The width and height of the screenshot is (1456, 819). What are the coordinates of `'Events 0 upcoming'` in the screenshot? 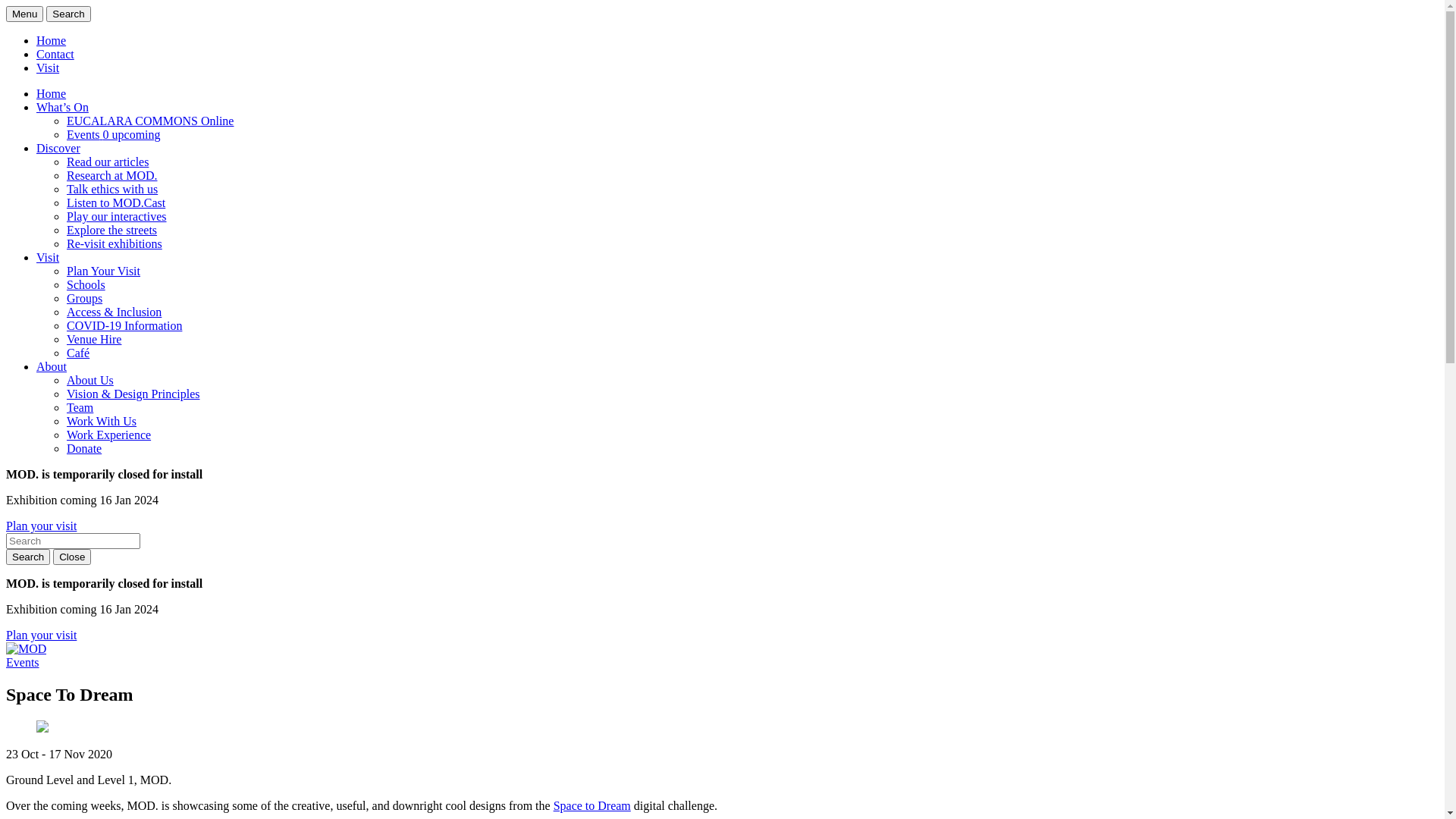 It's located at (112, 133).